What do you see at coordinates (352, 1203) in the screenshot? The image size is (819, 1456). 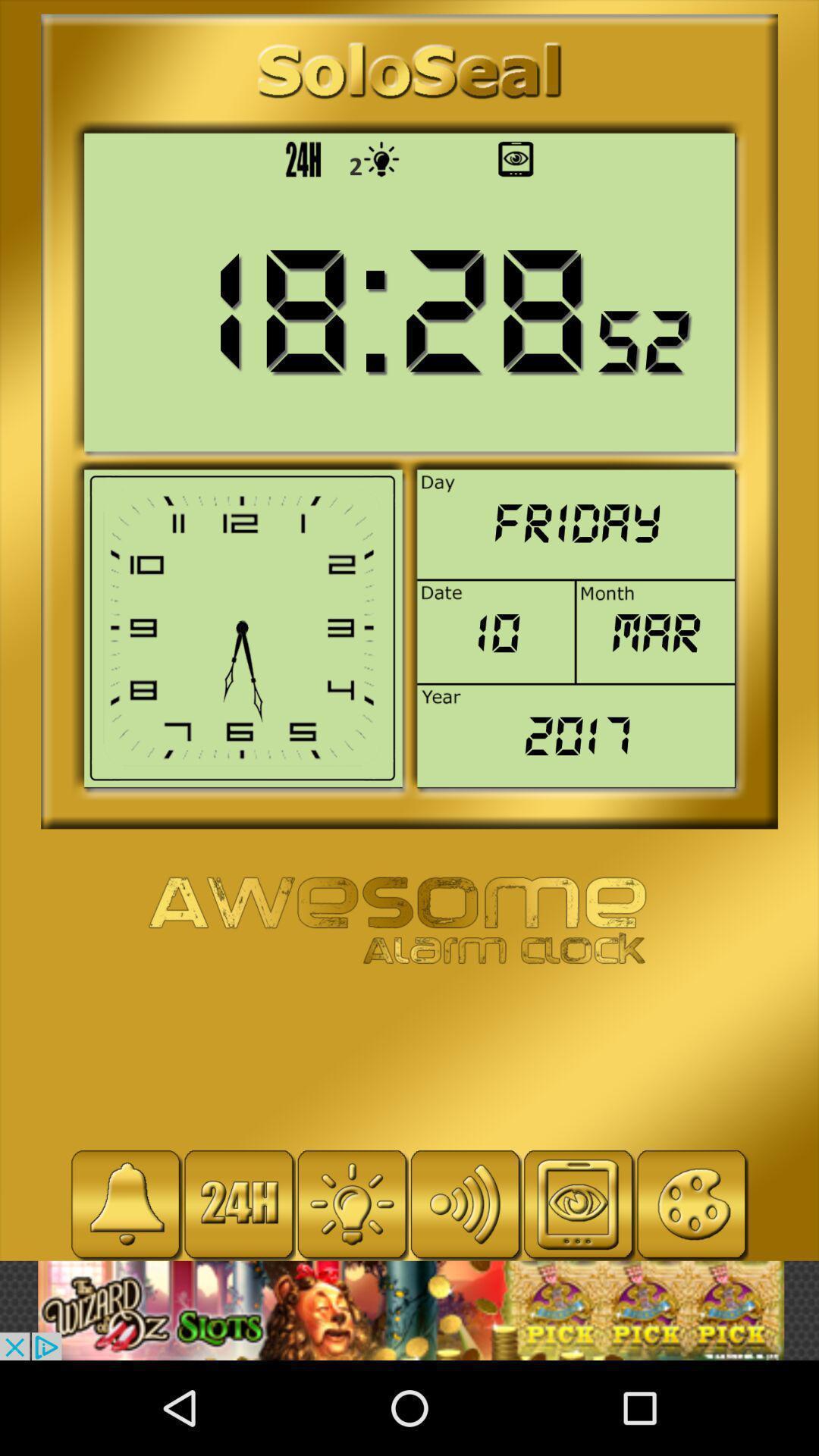 I see `bright ness button` at bounding box center [352, 1203].